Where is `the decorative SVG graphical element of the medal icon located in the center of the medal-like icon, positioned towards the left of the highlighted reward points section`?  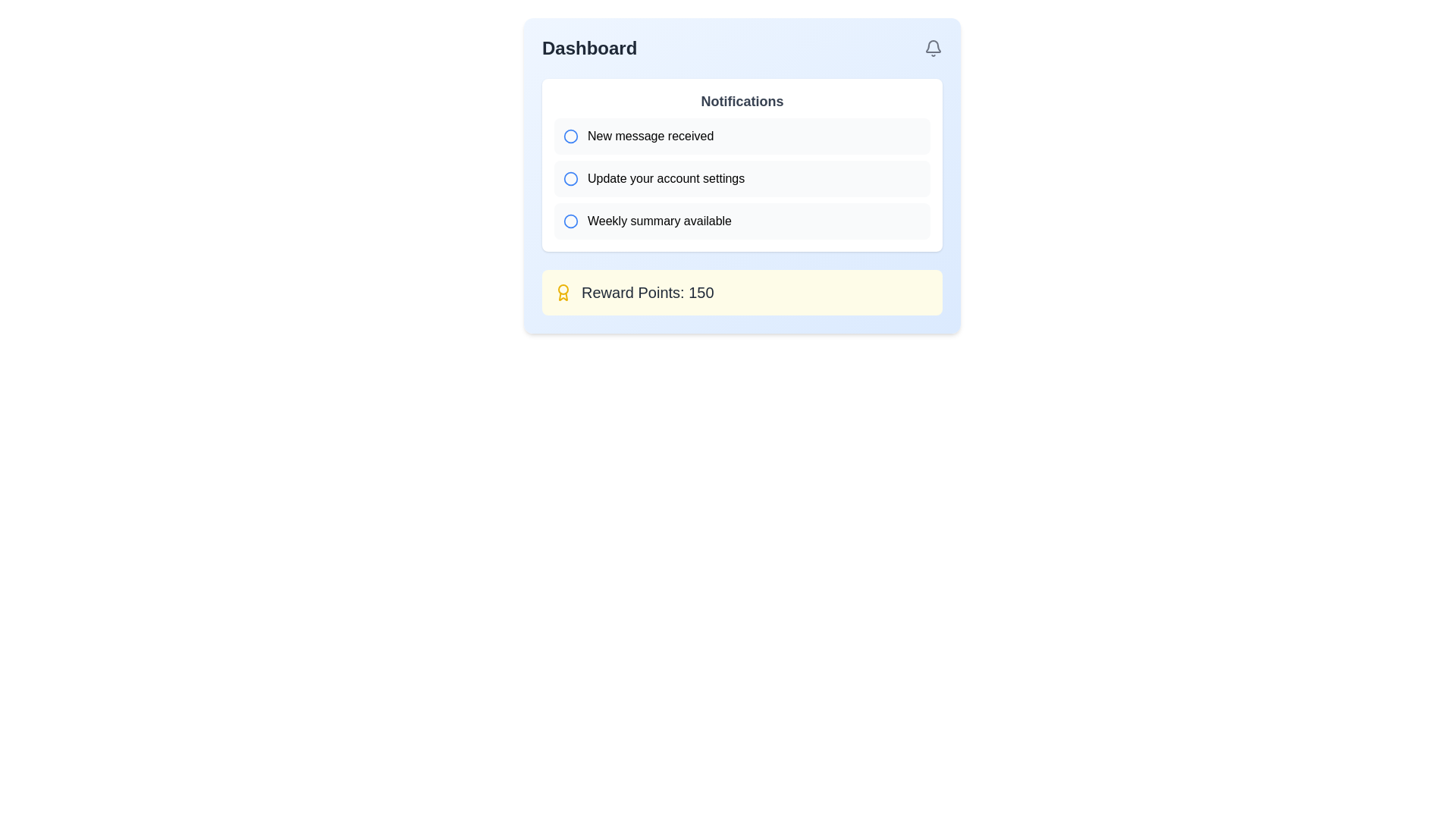 the decorative SVG graphical element of the medal icon located in the center of the medal-like icon, positioned towards the left of the highlighted reward points section is located at coordinates (563, 289).